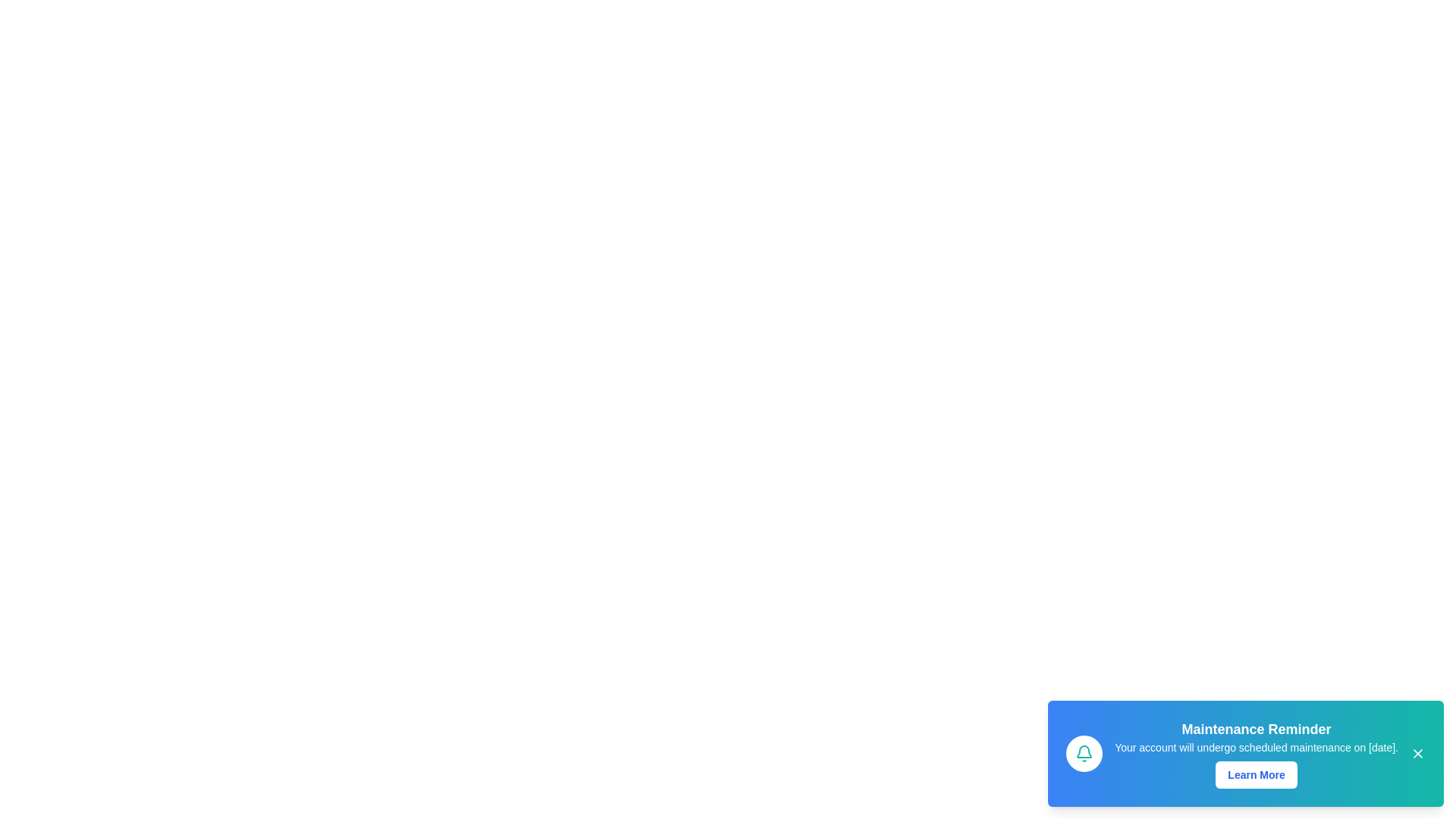  I want to click on the Heading text in the notification card located at the bottom-right corner of the interface, which summarizes the message content, so click(1257, 728).